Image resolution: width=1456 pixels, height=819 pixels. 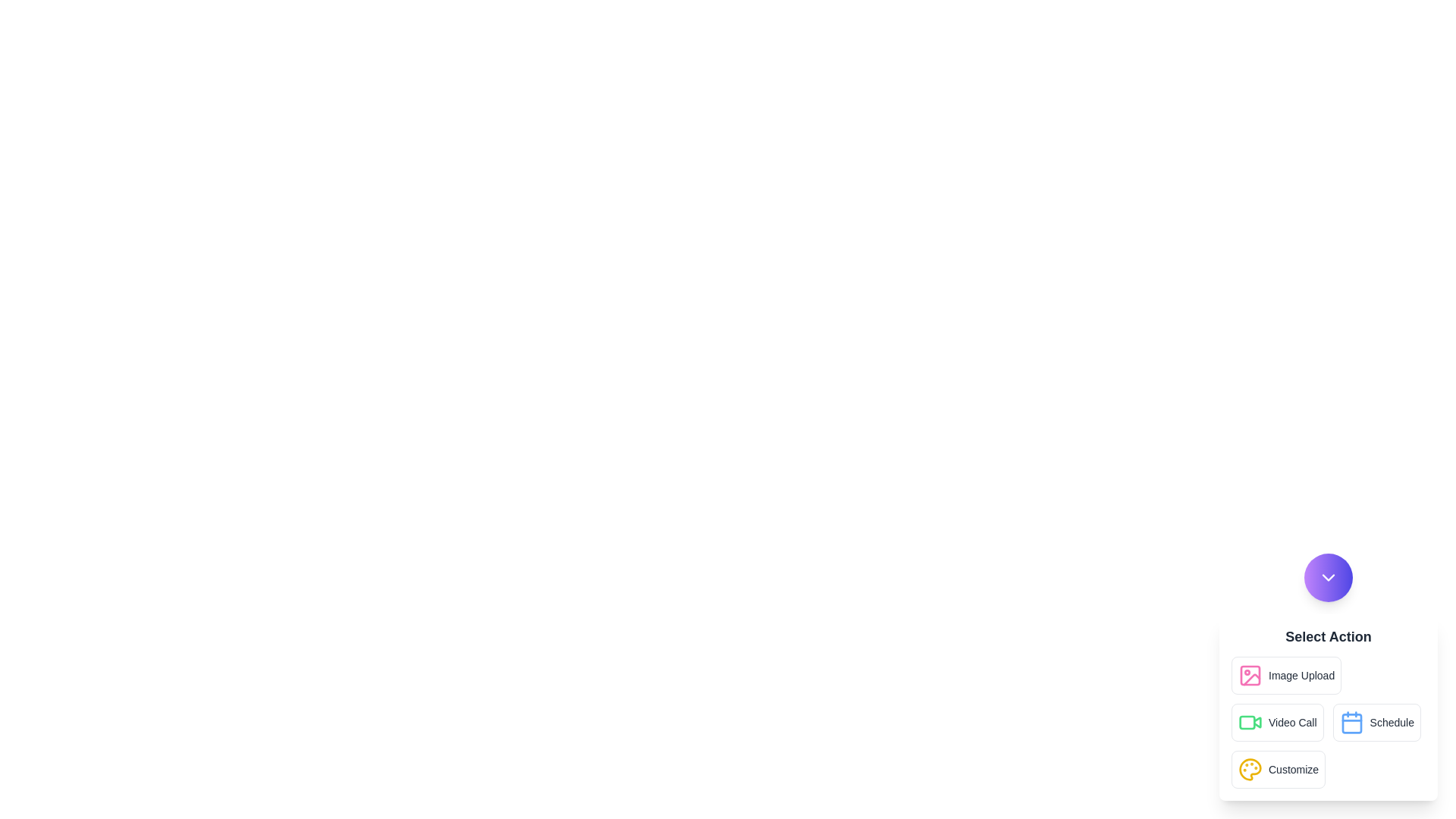 I want to click on the blue calendar icon, which features a minimalist outlined design with rounded edges, located to the left of the 'Schedule' text, so click(x=1351, y=721).